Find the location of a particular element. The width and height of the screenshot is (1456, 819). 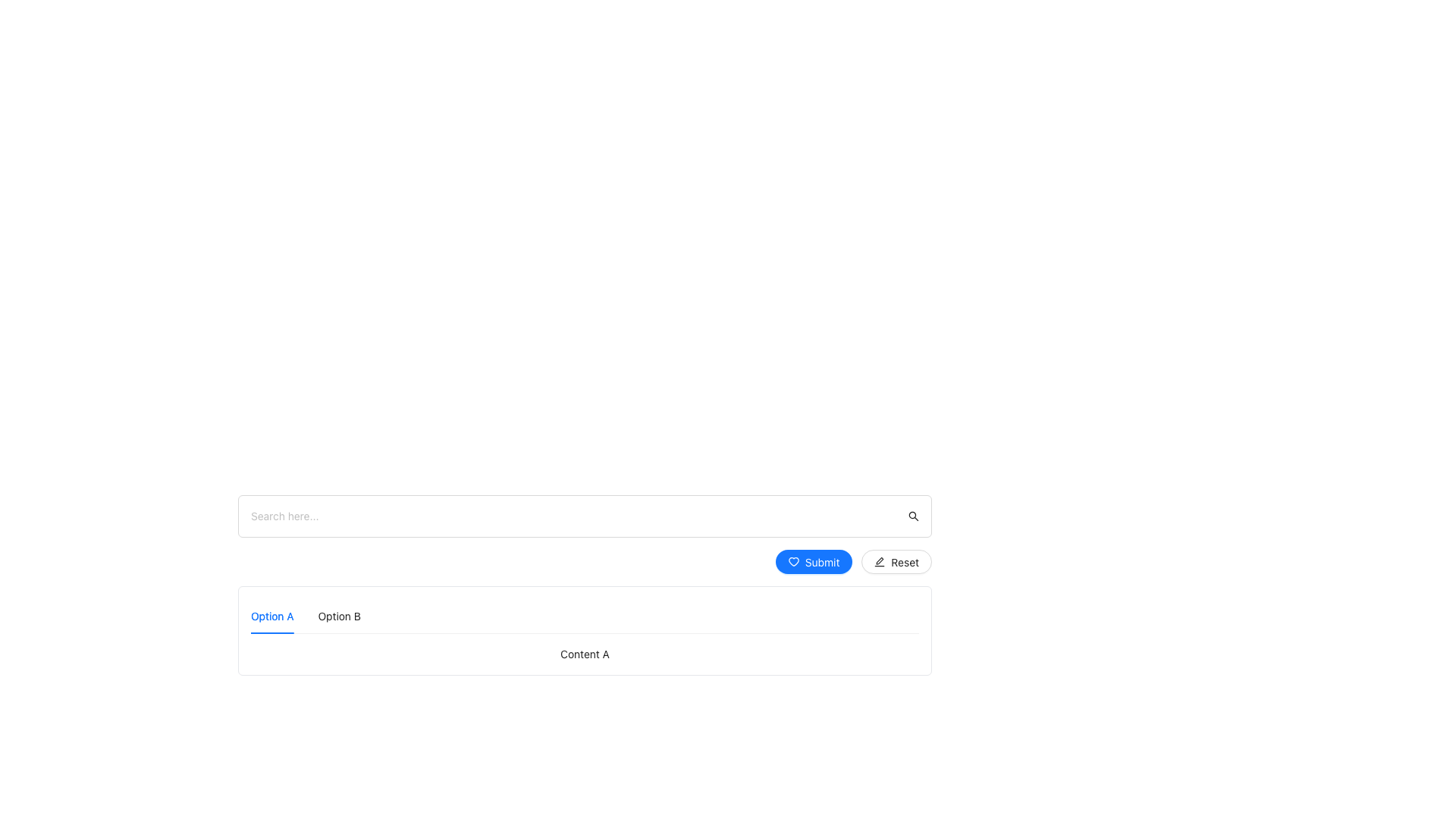

the 'Option A' tab on the tab navigation bar located at the bottom-left of the interface is located at coordinates (305, 617).